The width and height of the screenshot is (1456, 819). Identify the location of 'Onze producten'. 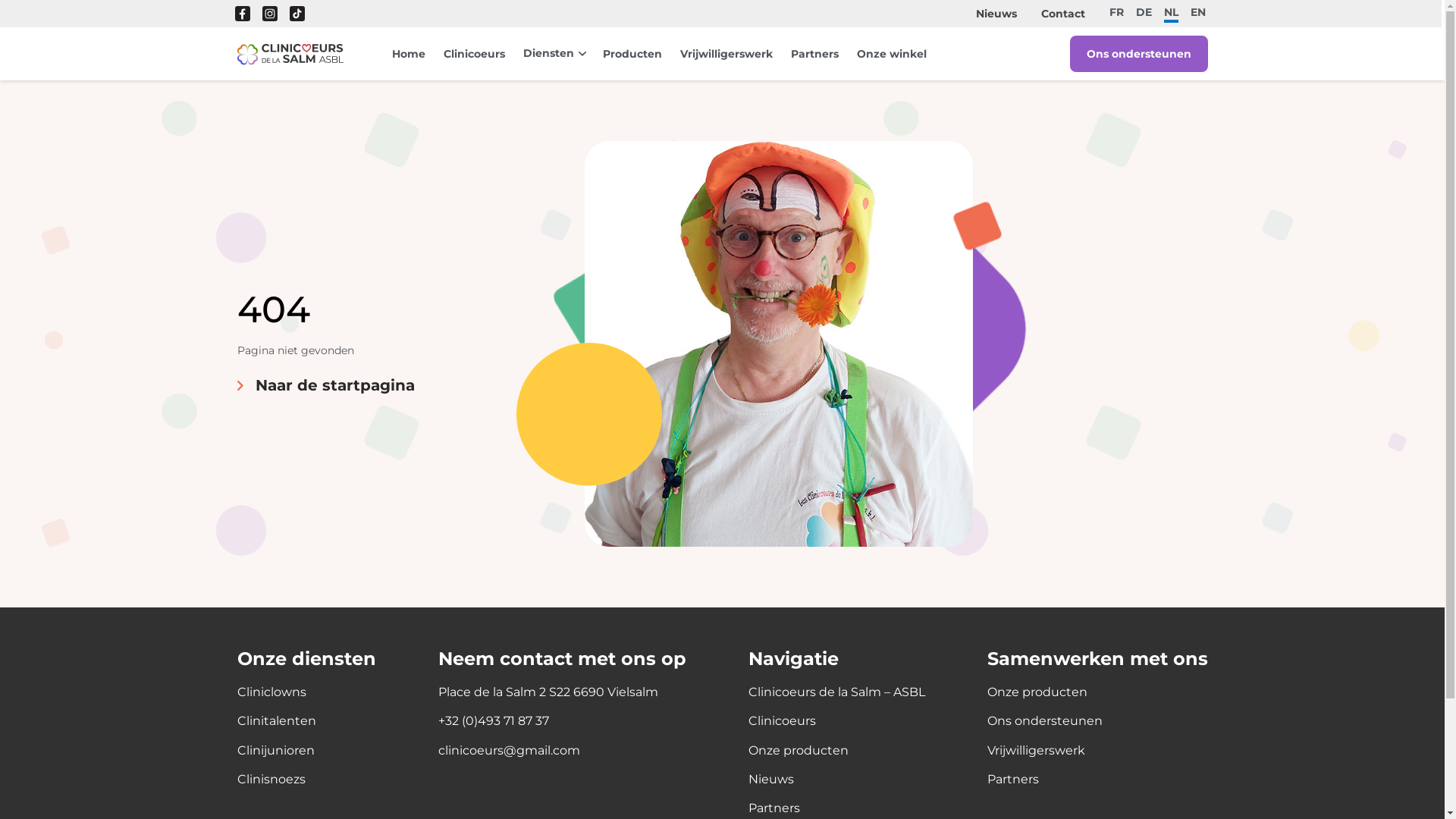
(796, 751).